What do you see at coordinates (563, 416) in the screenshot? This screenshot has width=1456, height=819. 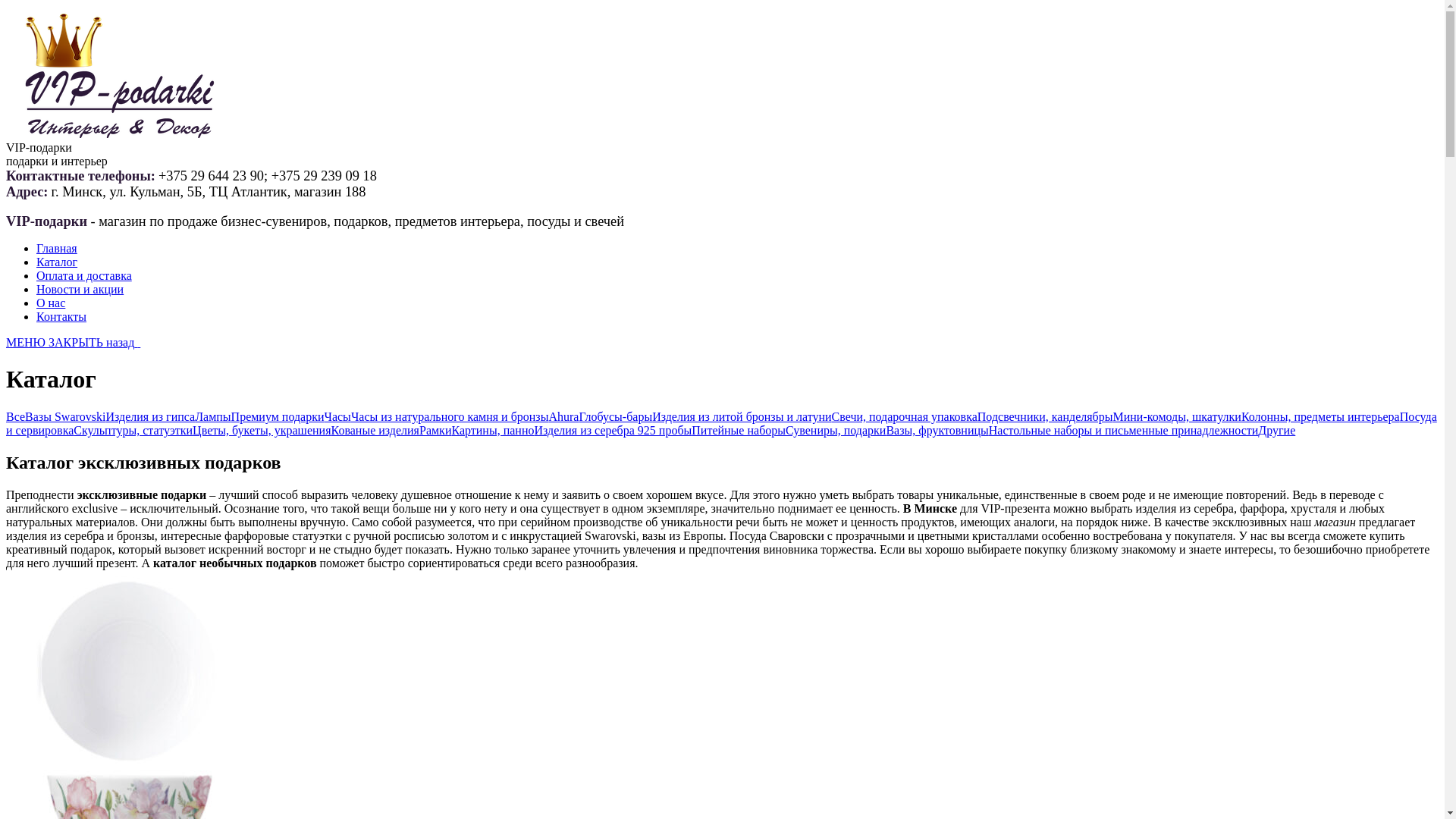 I see `'Ahura'` at bounding box center [563, 416].